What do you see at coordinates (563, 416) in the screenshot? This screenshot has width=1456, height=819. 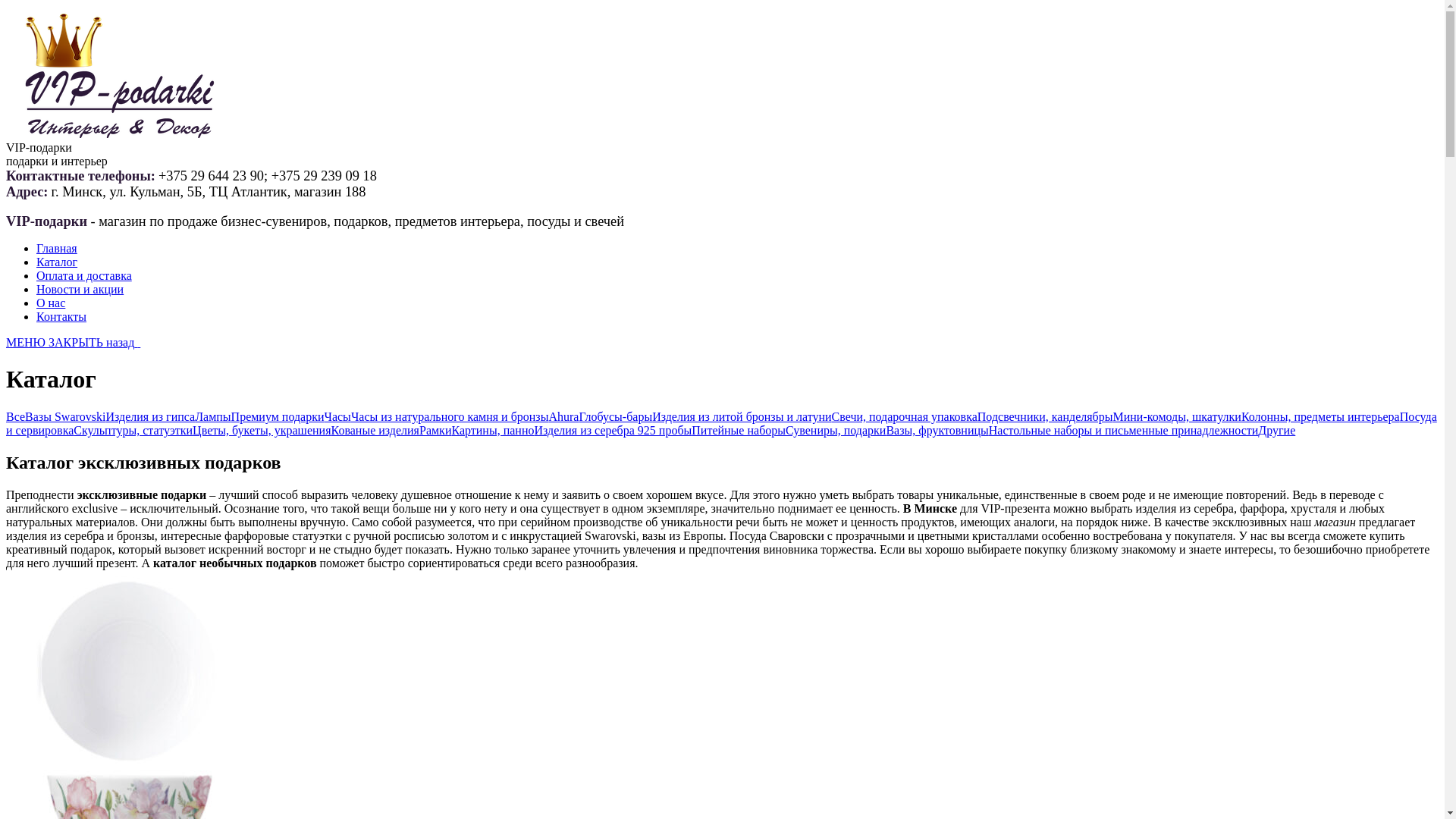 I see `'Ahura'` at bounding box center [563, 416].